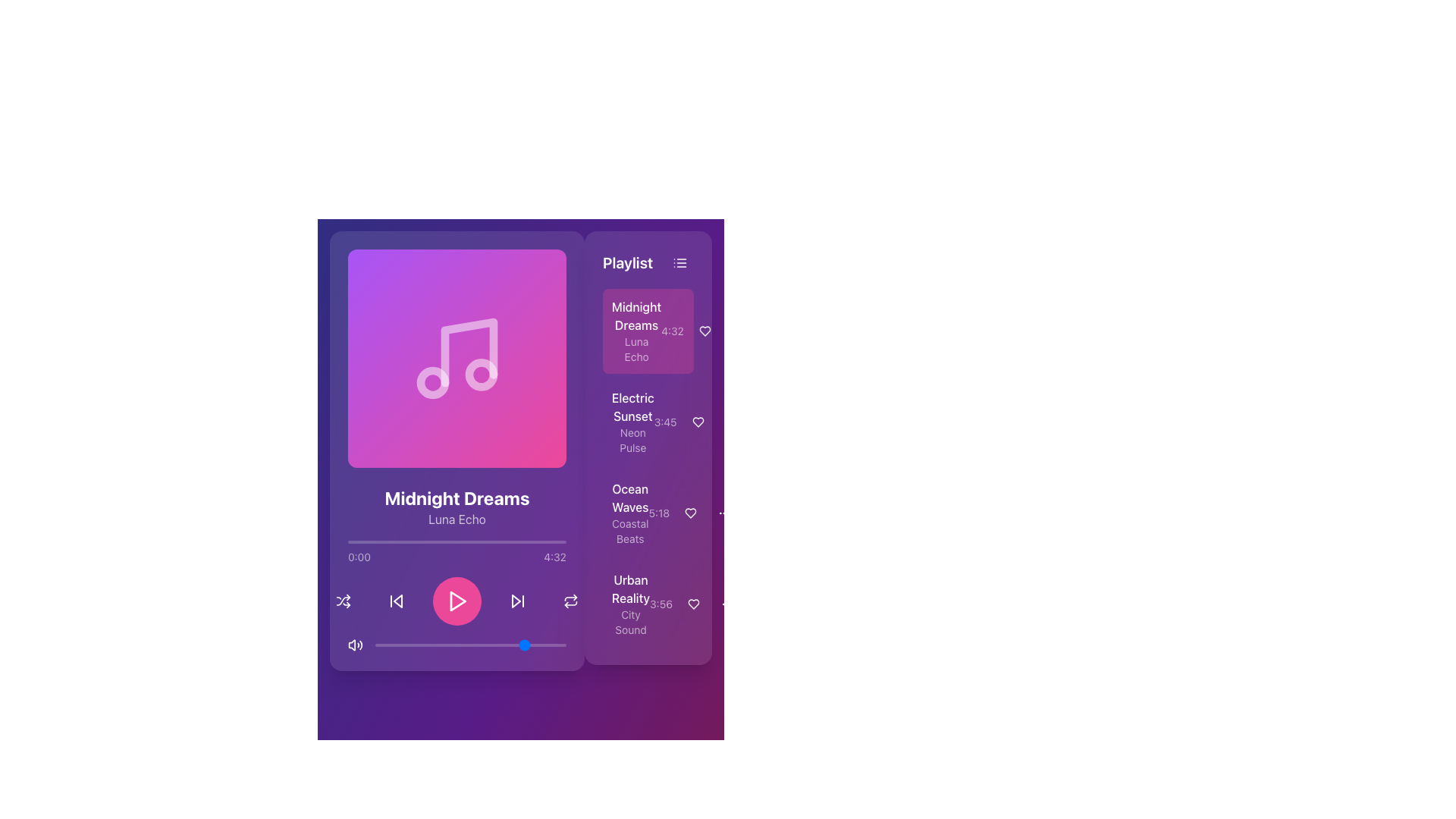  I want to click on the leftmost button in the bottom control panel, so click(342, 601).